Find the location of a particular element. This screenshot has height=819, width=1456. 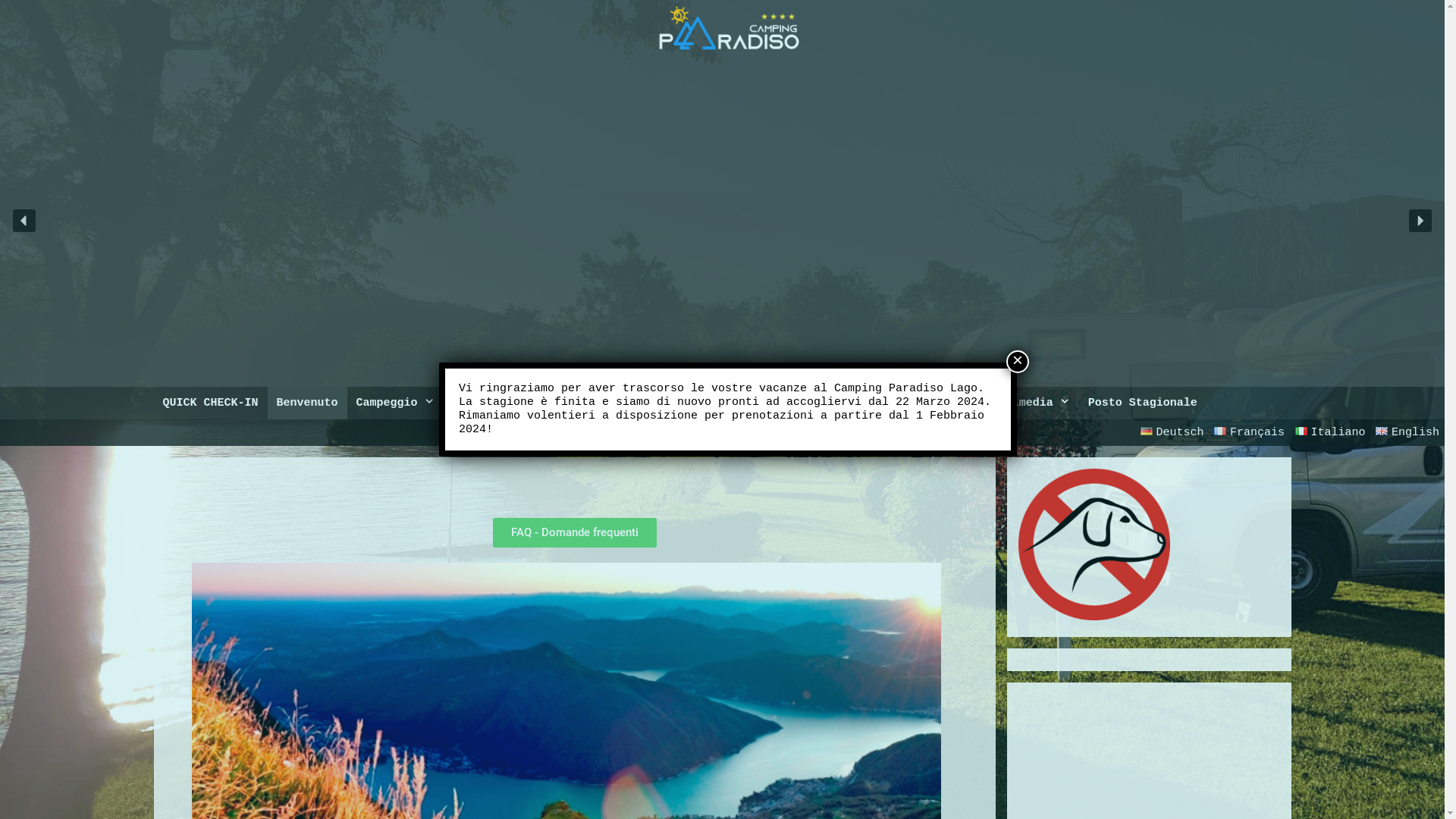

'Italiano' is located at coordinates (1329, 432).